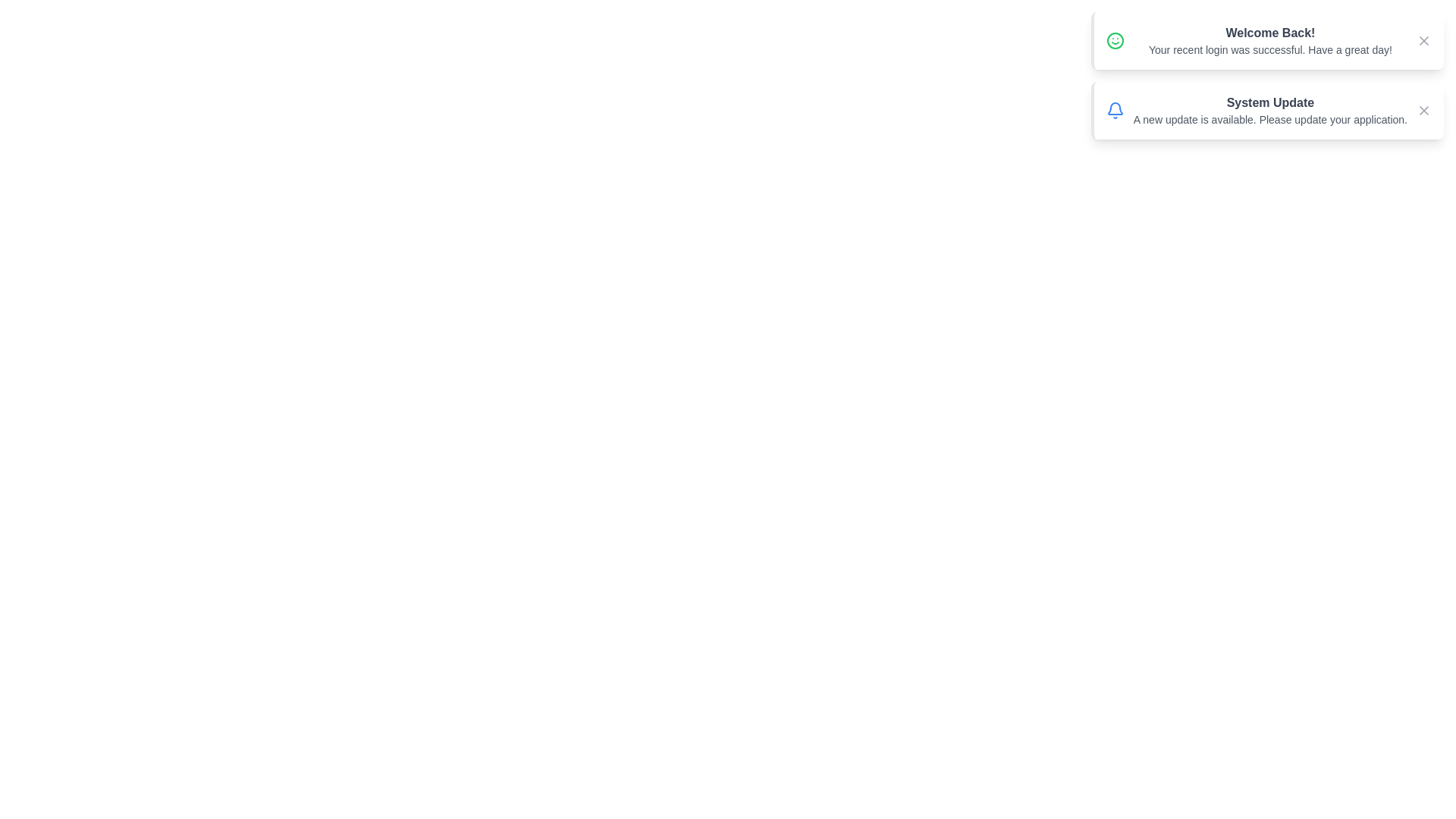  What do you see at coordinates (1267, 110) in the screenshot?
I see `the notification with title 'System Update'` at bounding box center [1267, 110].